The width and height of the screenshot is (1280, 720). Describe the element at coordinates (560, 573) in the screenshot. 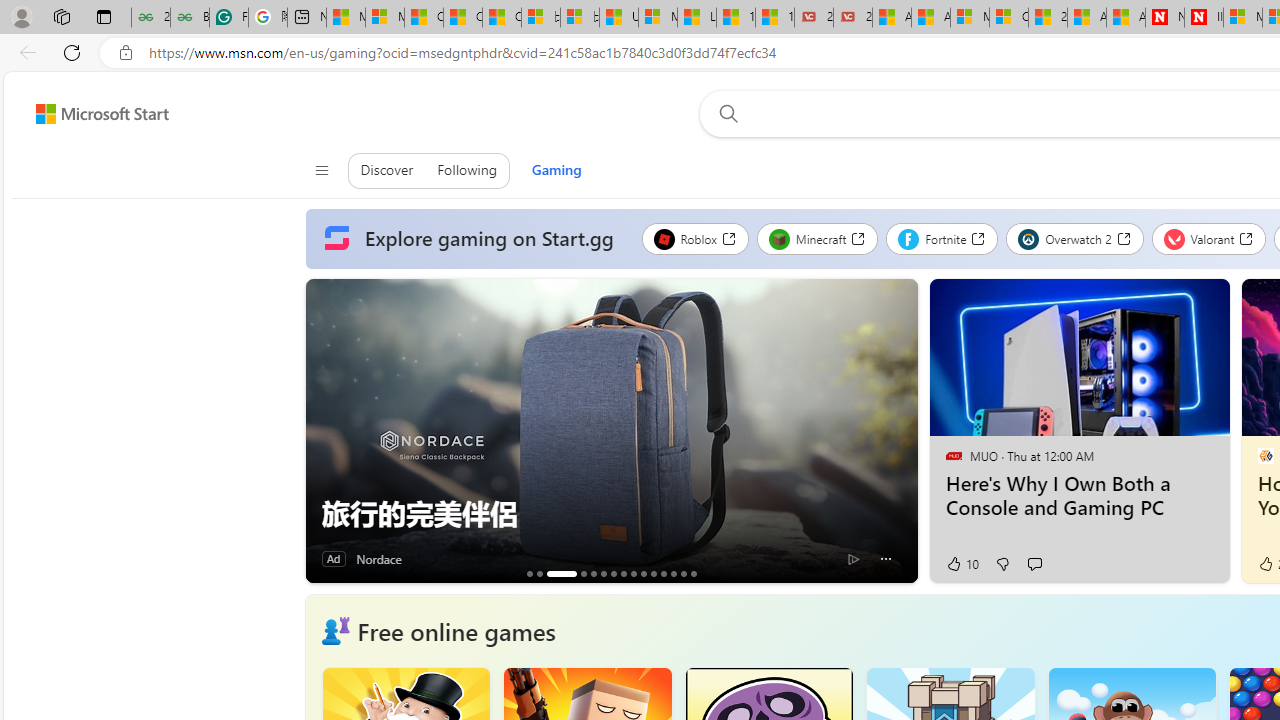

I see `'AutomationID: tab_nativead-infopane-3'` at that location.